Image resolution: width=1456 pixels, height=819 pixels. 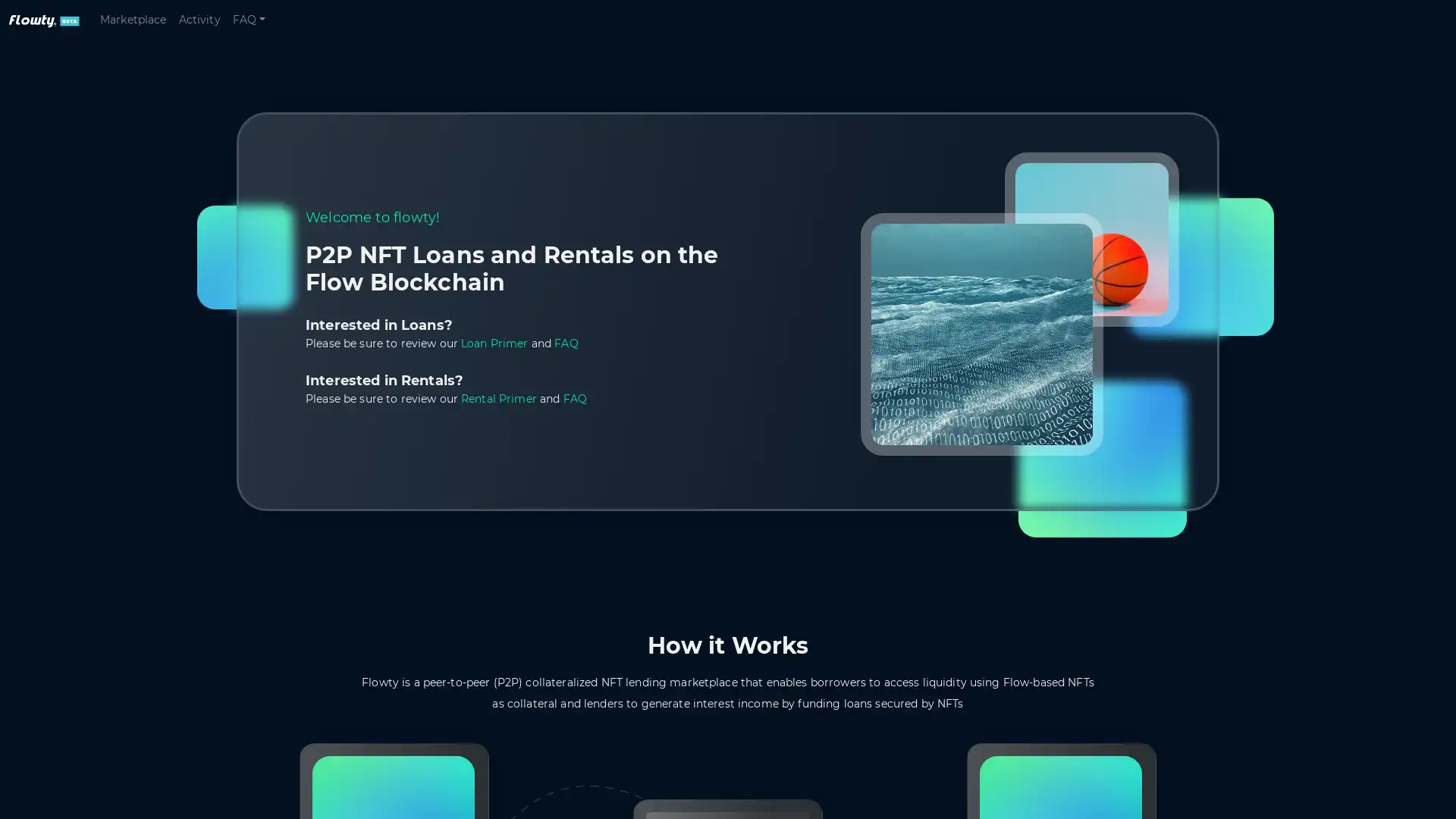 I want to click on Activity, so click(x=198, y=24).